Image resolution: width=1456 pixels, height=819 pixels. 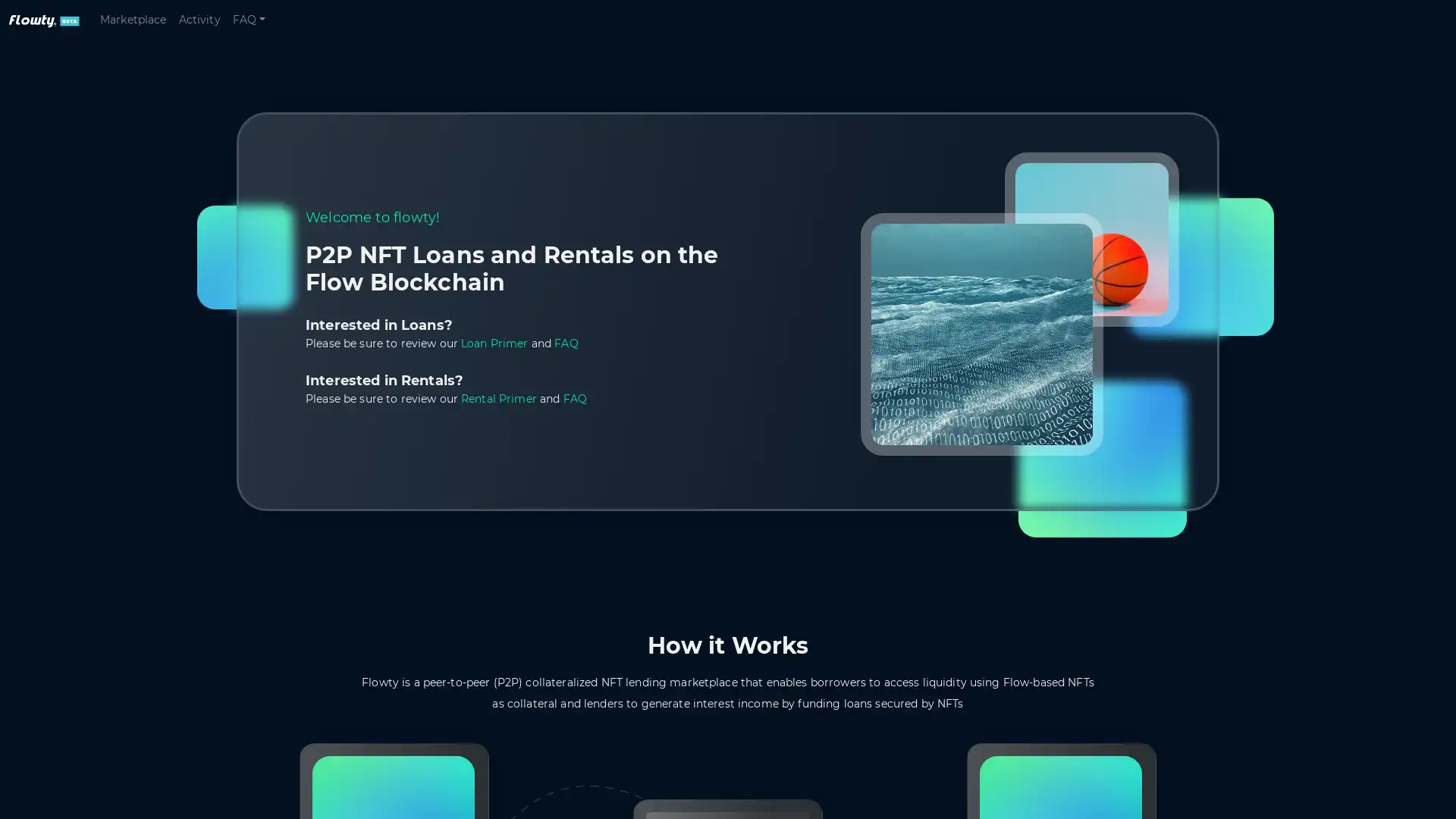 I want to click on Activity, so click(x=198, y=24).